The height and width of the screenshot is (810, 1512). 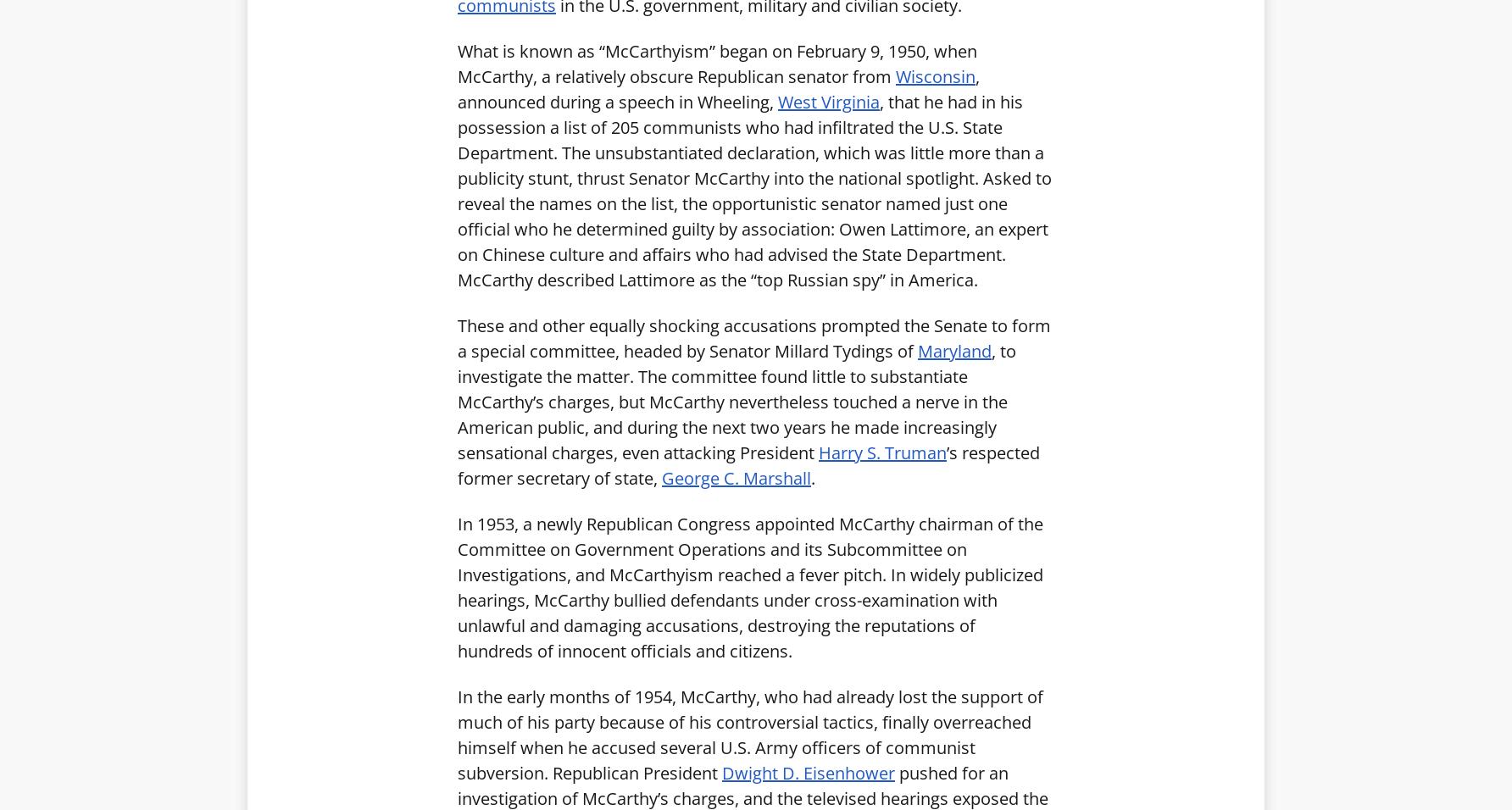 I want to click on ', that he had in his possession a list of 205 communists who had infiltrated the U.S. State Department. The unsubstantiated declaration, which was little more than a publicity stunt, thrust Senator McCarthy into the national spotlight. Asked to reveal the names on the list, the opportunistic senator named just one official who he determined guilty by association: Owen Lattimore, an expert on Chinese culture and affairs who had advised the State Department. McCarthy described Lattimore as the “top Russian spy” in America.', so click(x=753, y=190).